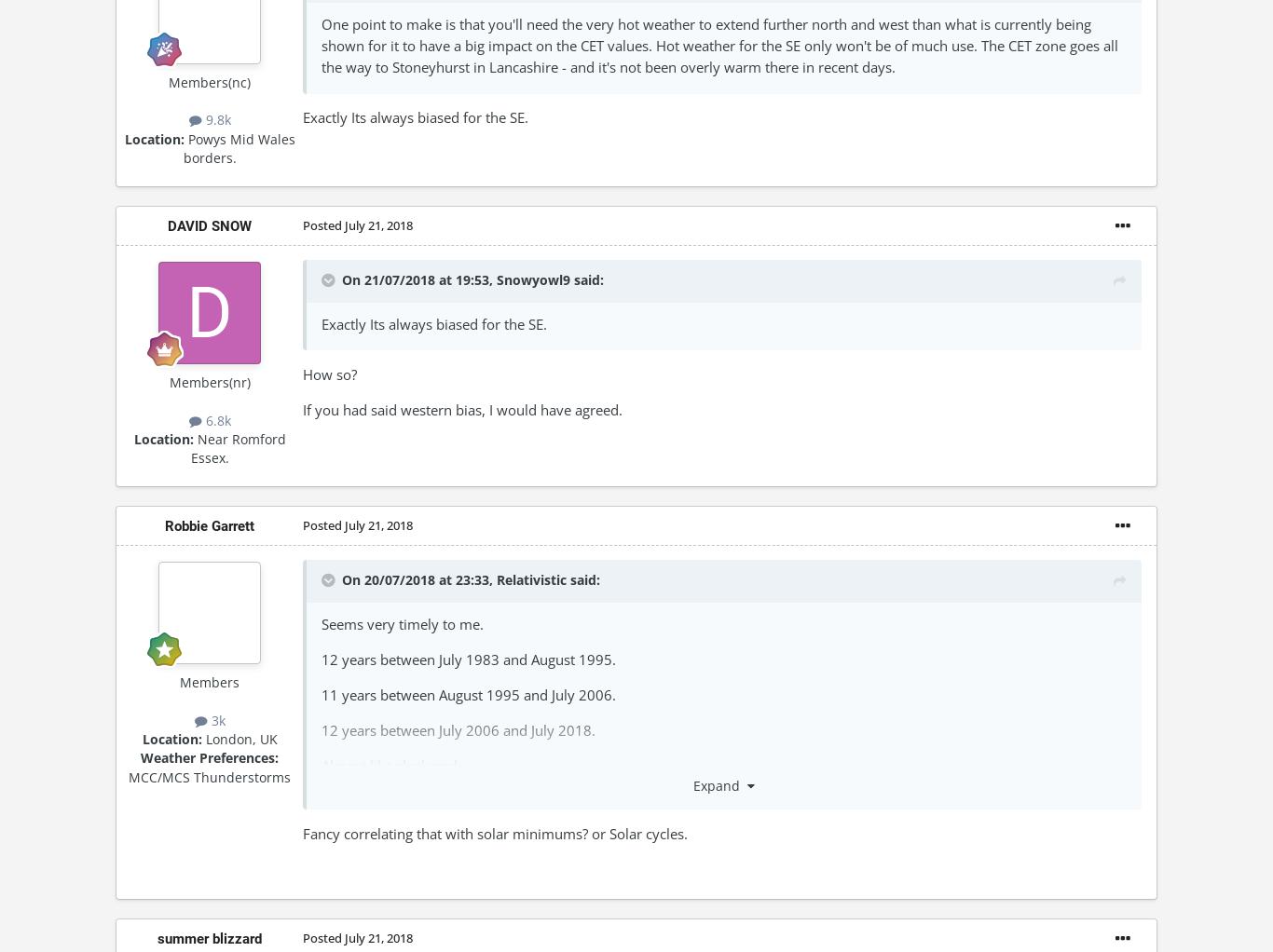 This screenshot has width=1273, height=952. What do you see at coordinates (238, 448) in the screenshot?
I see `'Near Romford Essex.'` at bounding box center [238, 448].